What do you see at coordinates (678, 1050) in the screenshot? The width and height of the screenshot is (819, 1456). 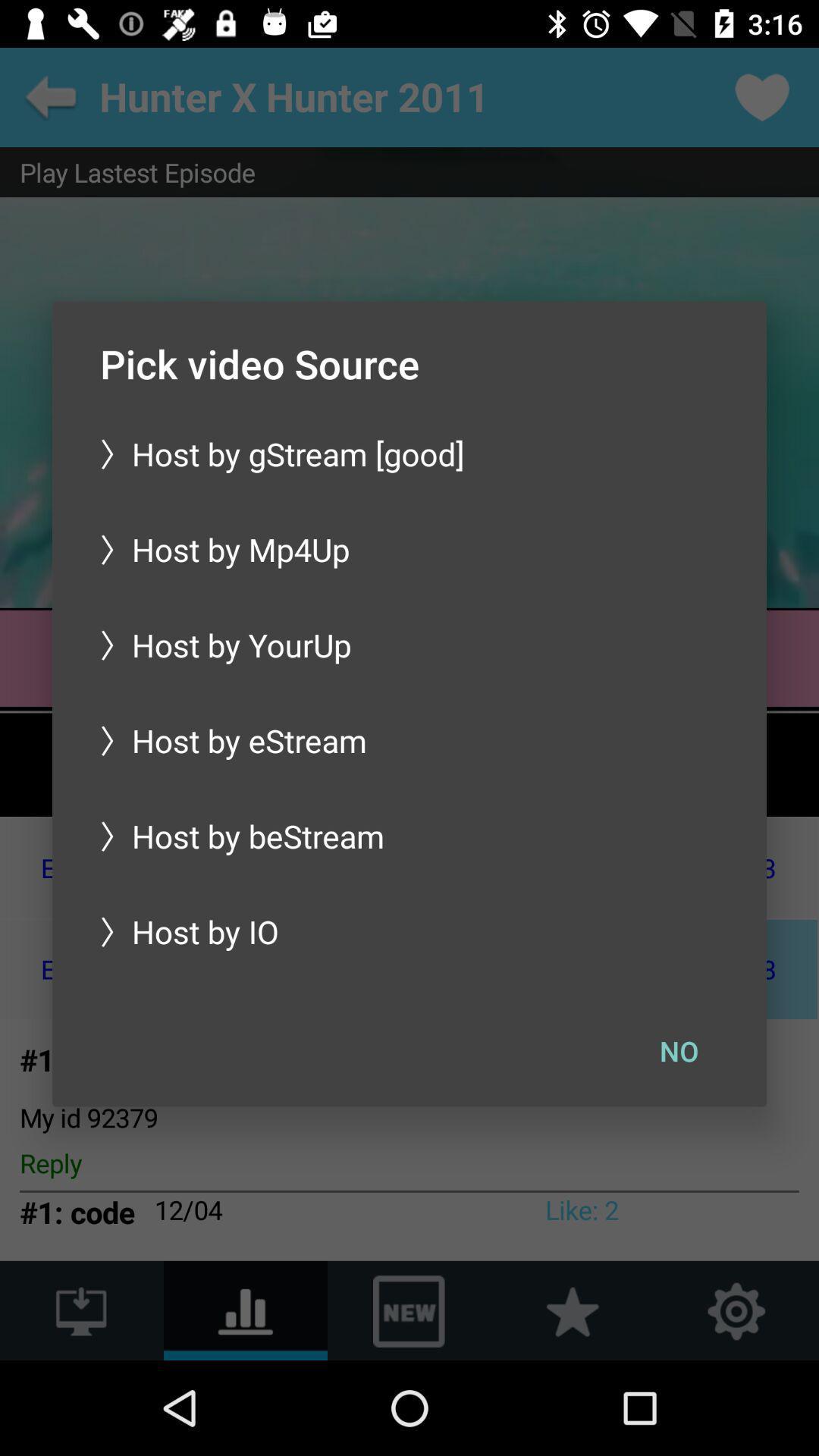 I see `no icon` at bounding box center [678, 1050].